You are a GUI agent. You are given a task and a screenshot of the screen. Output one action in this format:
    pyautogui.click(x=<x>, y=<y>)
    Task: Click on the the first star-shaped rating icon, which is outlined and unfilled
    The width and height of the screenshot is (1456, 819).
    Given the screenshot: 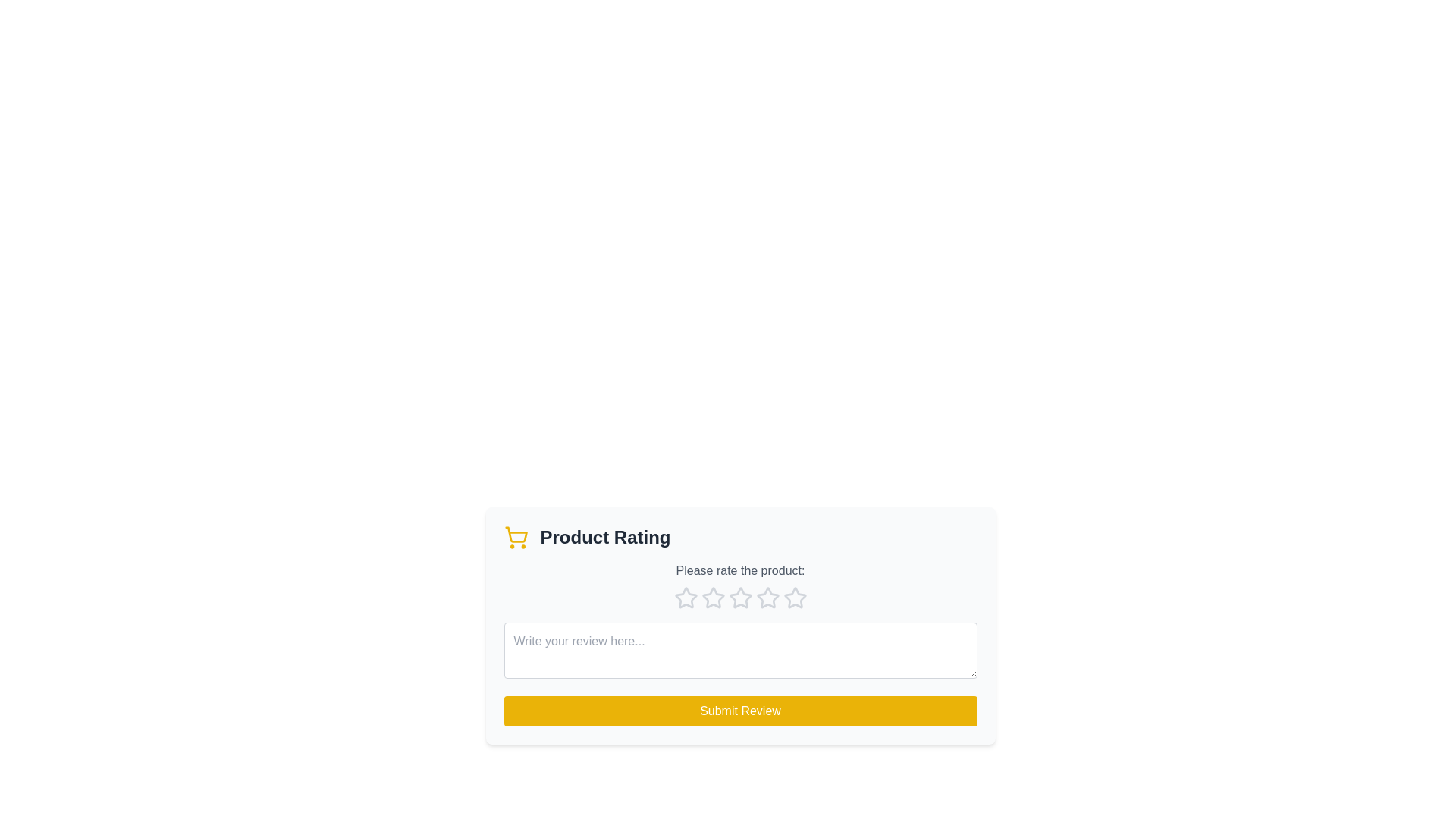 What is the action you would take?
    pyautogui.click(x=685, y=597)
    